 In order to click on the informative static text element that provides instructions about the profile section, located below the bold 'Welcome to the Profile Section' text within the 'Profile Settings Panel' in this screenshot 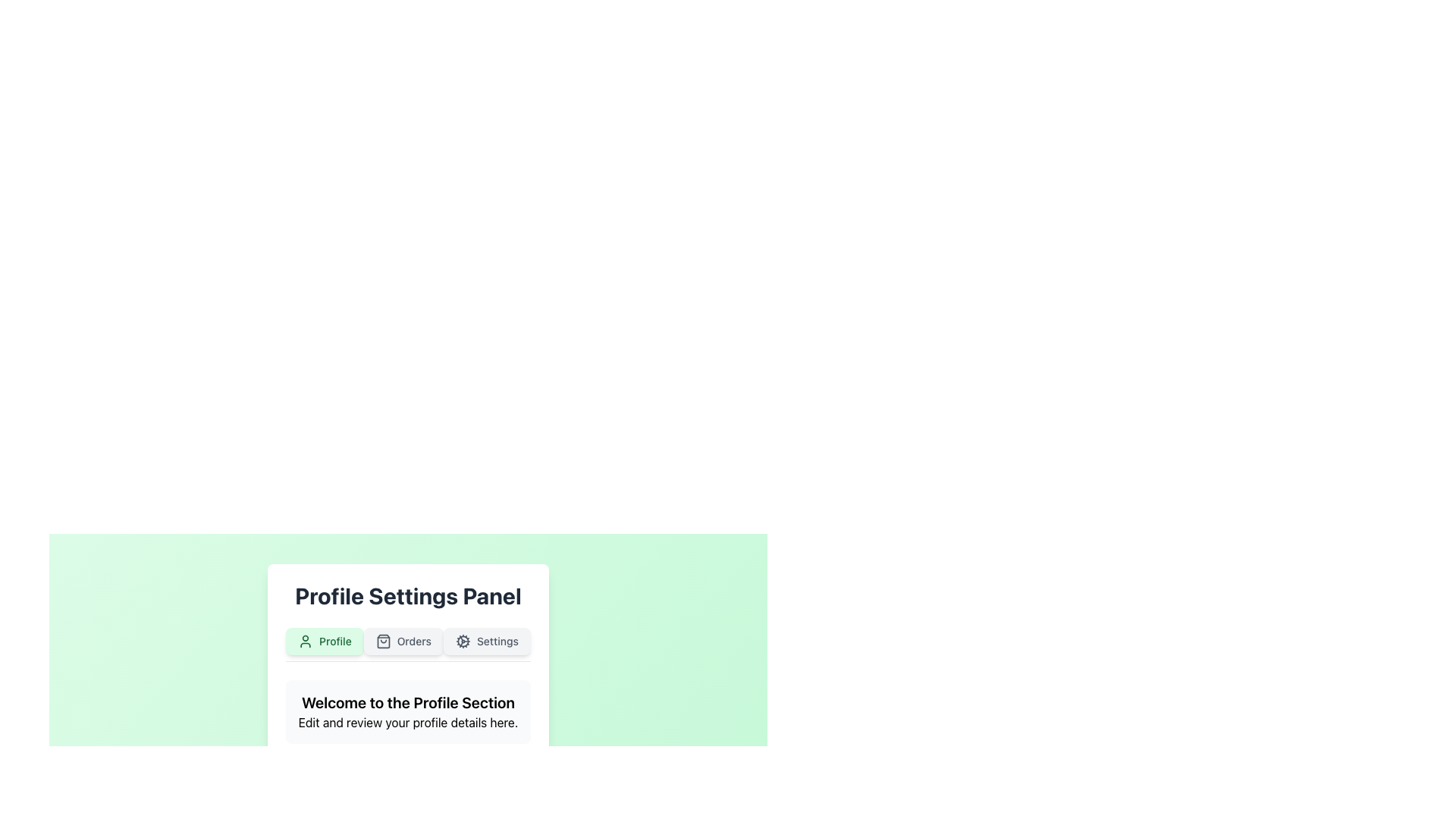, I will do `click(408, 721)`.